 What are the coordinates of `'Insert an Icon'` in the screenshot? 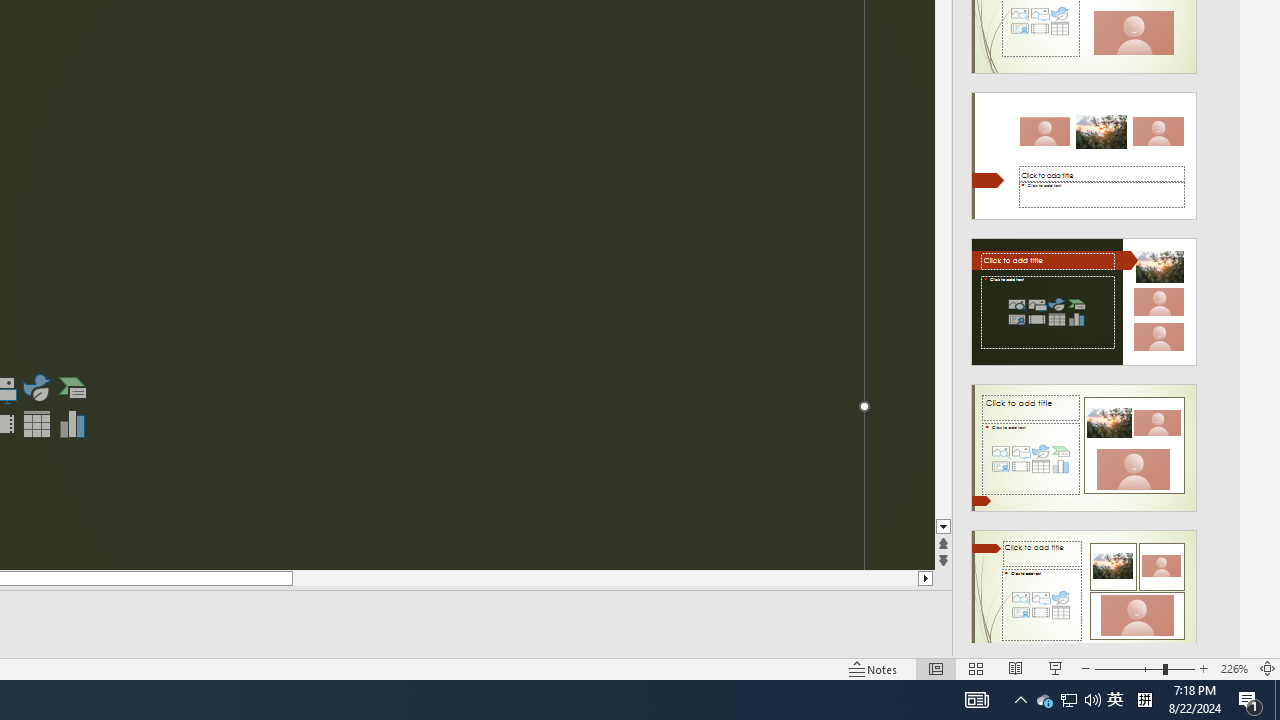 It's located at (36, 388).